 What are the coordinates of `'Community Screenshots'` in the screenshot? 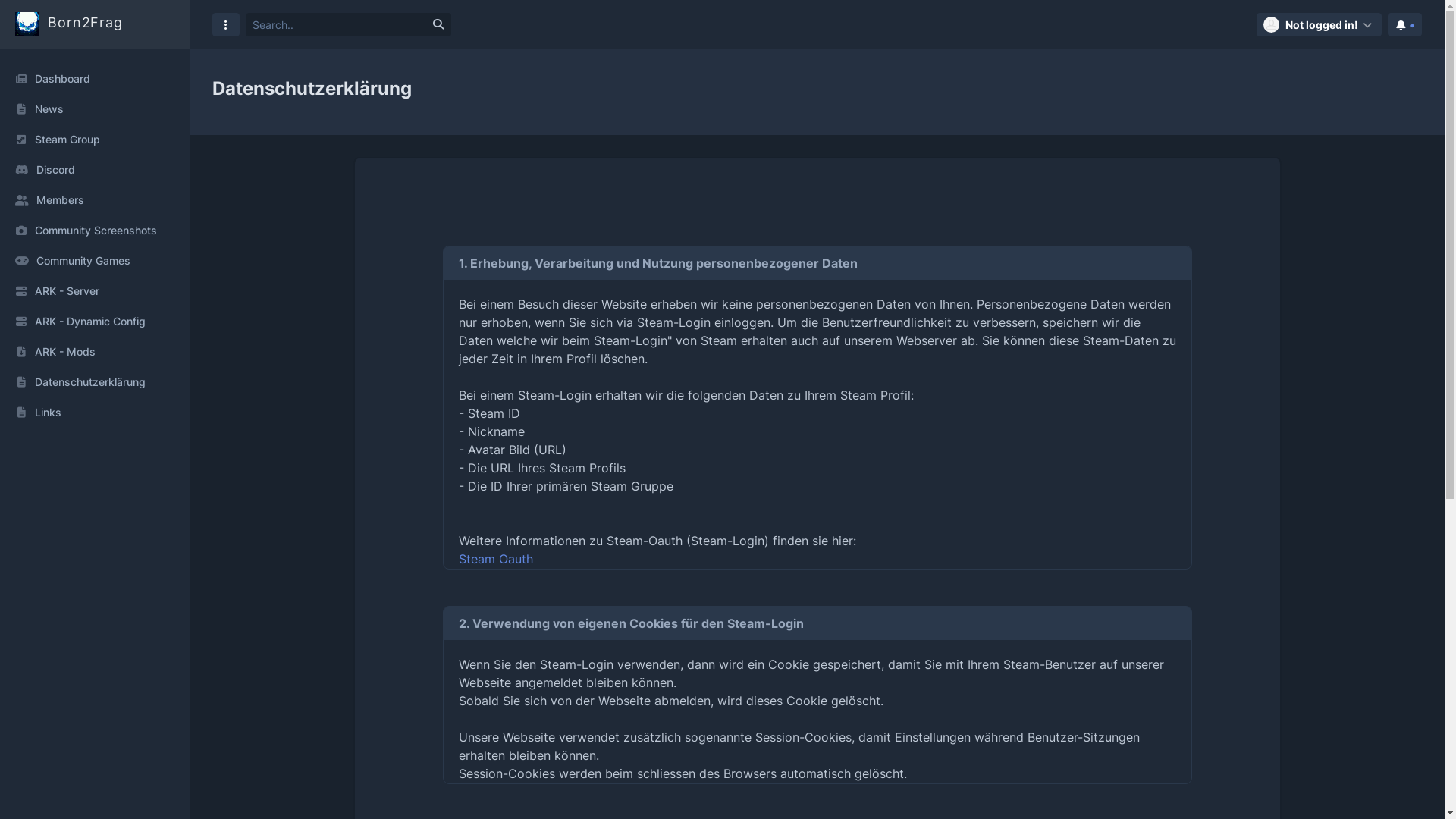 It's located at (93, 231).